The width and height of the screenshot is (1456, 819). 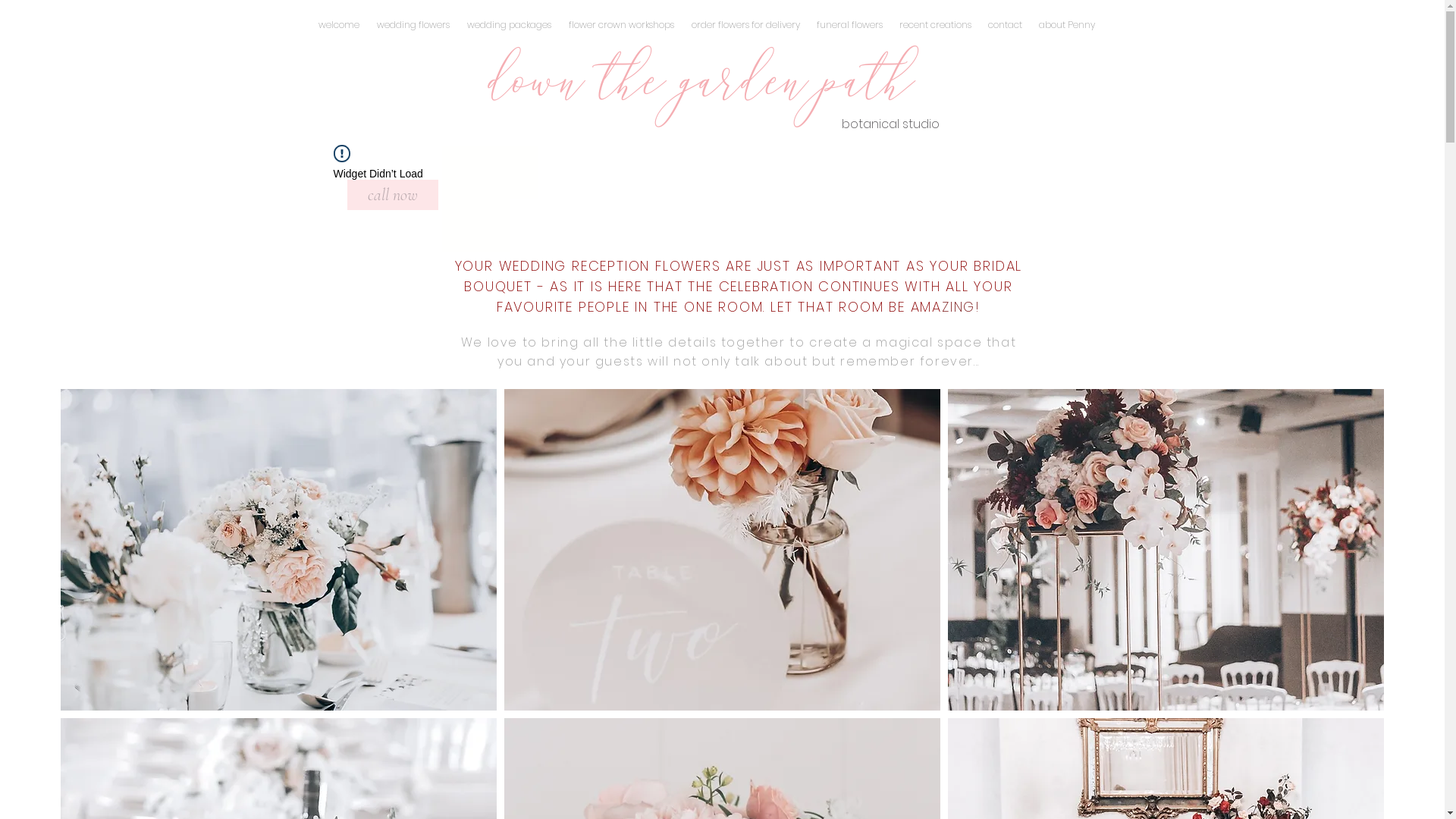 I want to click on 'call now', so click(x=393, y=194).